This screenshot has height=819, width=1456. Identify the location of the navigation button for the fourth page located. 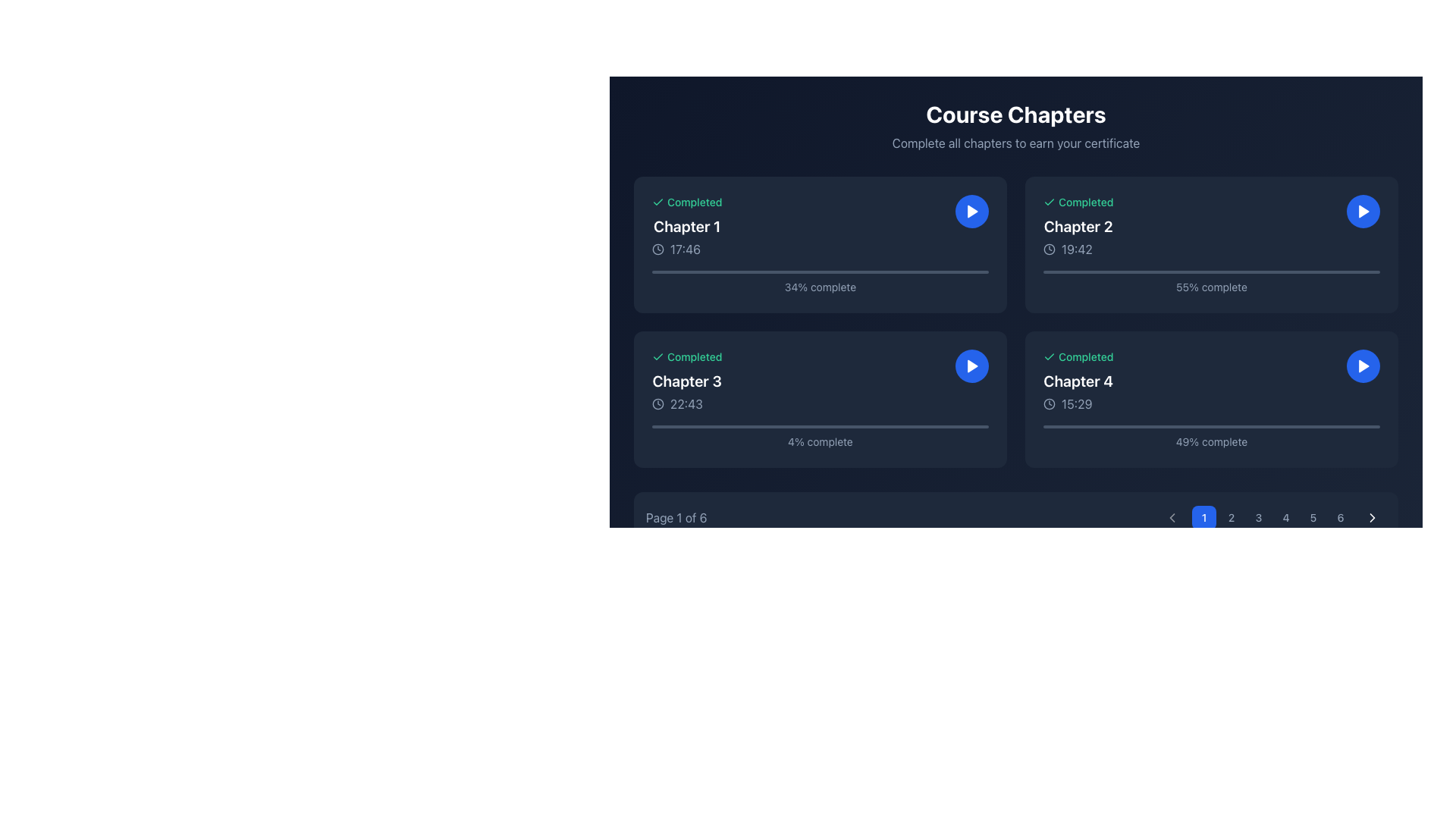
(1272, 516).